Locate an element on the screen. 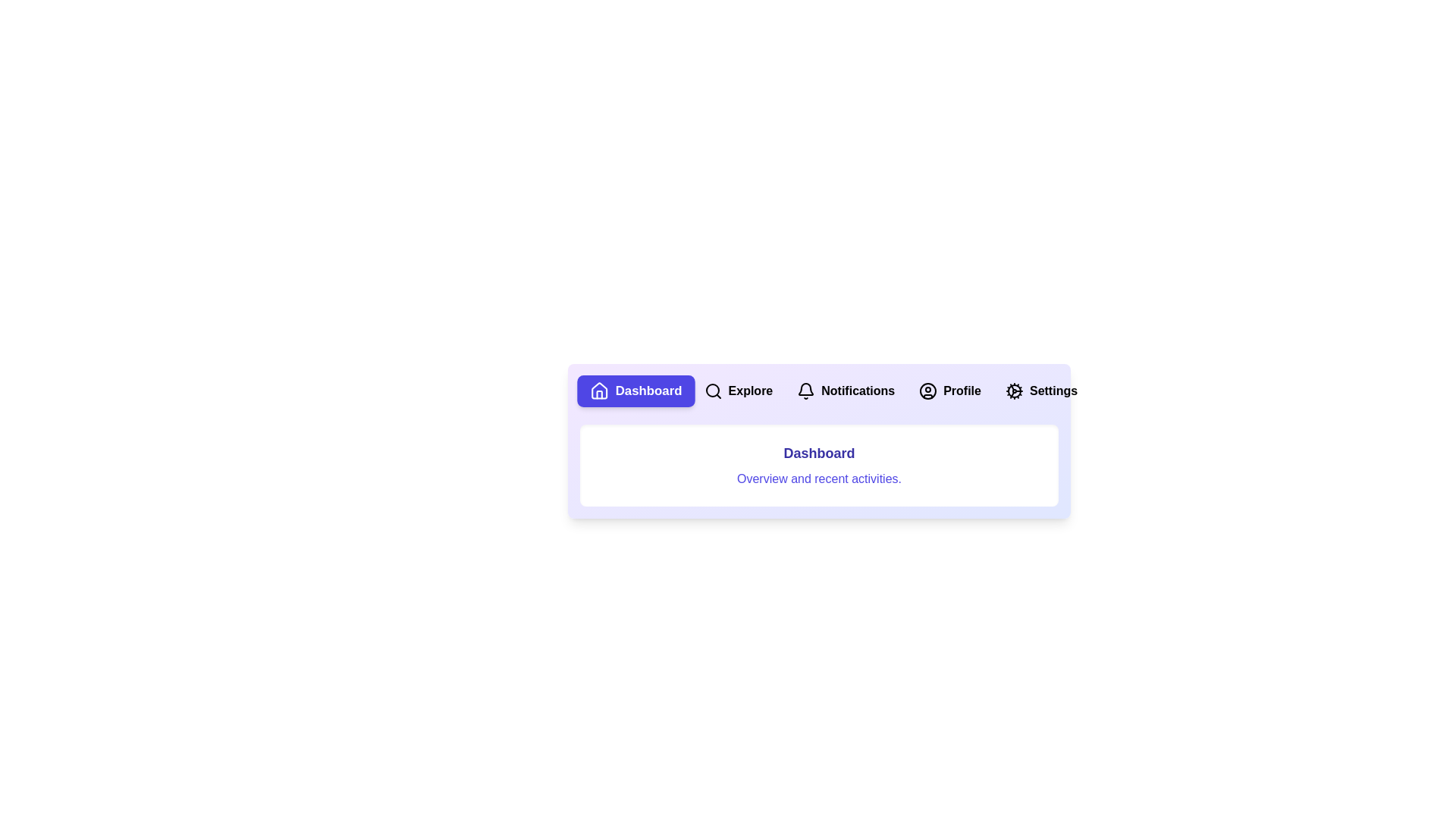 The width and height of the screenshot is (1456, 819). the icon of the tab labeled Explore is located at coordinates (712, 391).